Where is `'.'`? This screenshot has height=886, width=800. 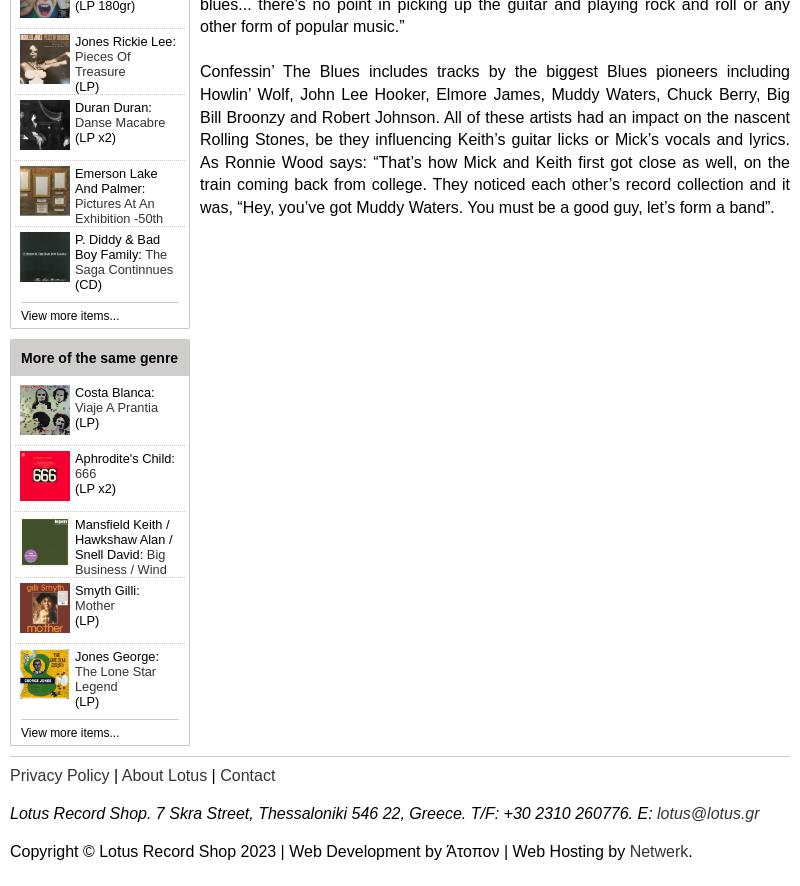 '.' is located at coordinates (690, 850).